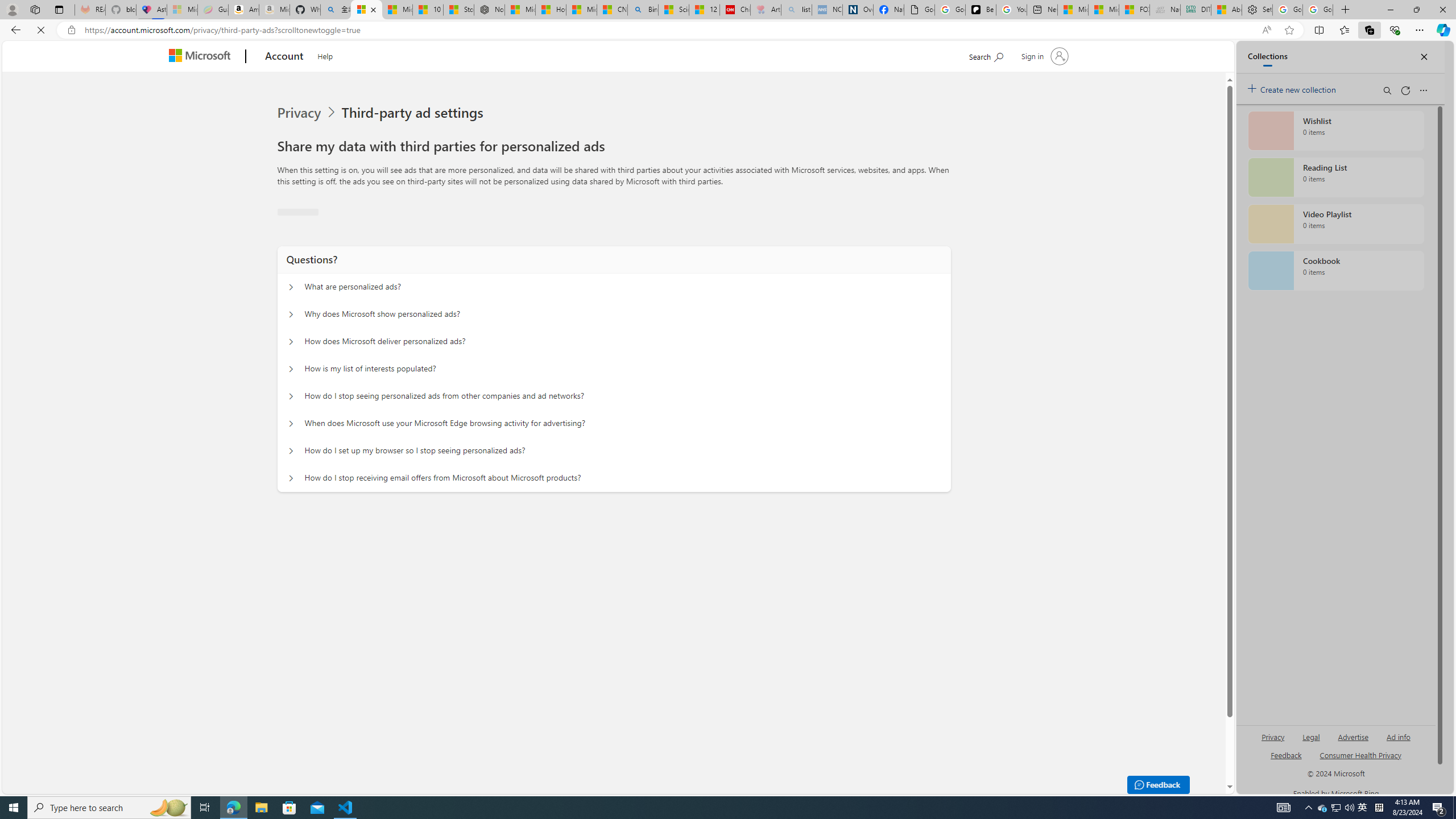 This screenshot has width=1456, height=819. Describe the element at coordinates (642, 9) in the screenshot. I see `'Bing'` at that location.